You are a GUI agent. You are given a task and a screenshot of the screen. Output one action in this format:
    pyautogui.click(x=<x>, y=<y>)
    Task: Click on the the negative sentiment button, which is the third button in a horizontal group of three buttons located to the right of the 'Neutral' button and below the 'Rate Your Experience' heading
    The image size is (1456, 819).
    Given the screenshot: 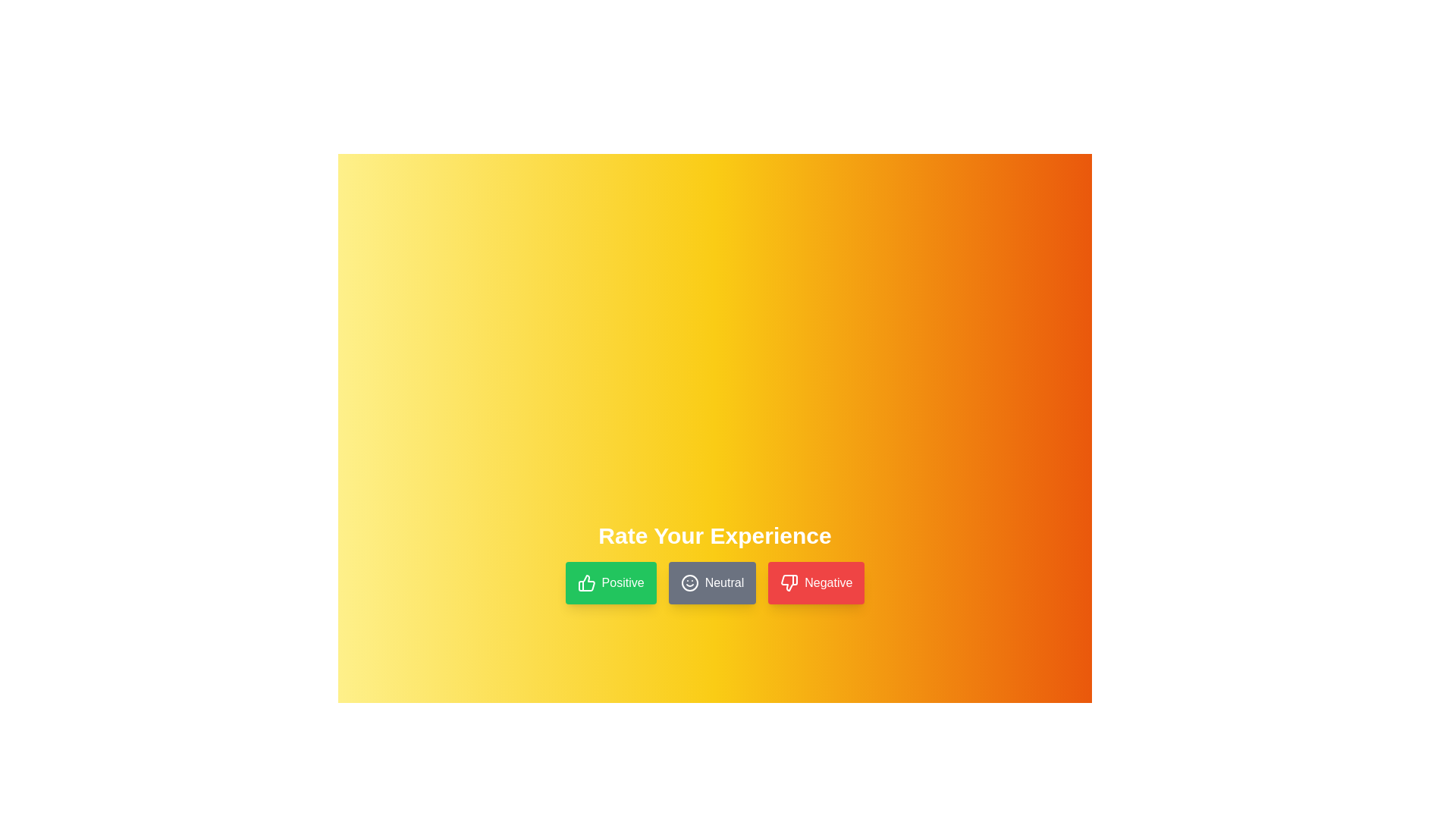 What is the action you would take?
    pyautogui.click(x=815, y=582)
    